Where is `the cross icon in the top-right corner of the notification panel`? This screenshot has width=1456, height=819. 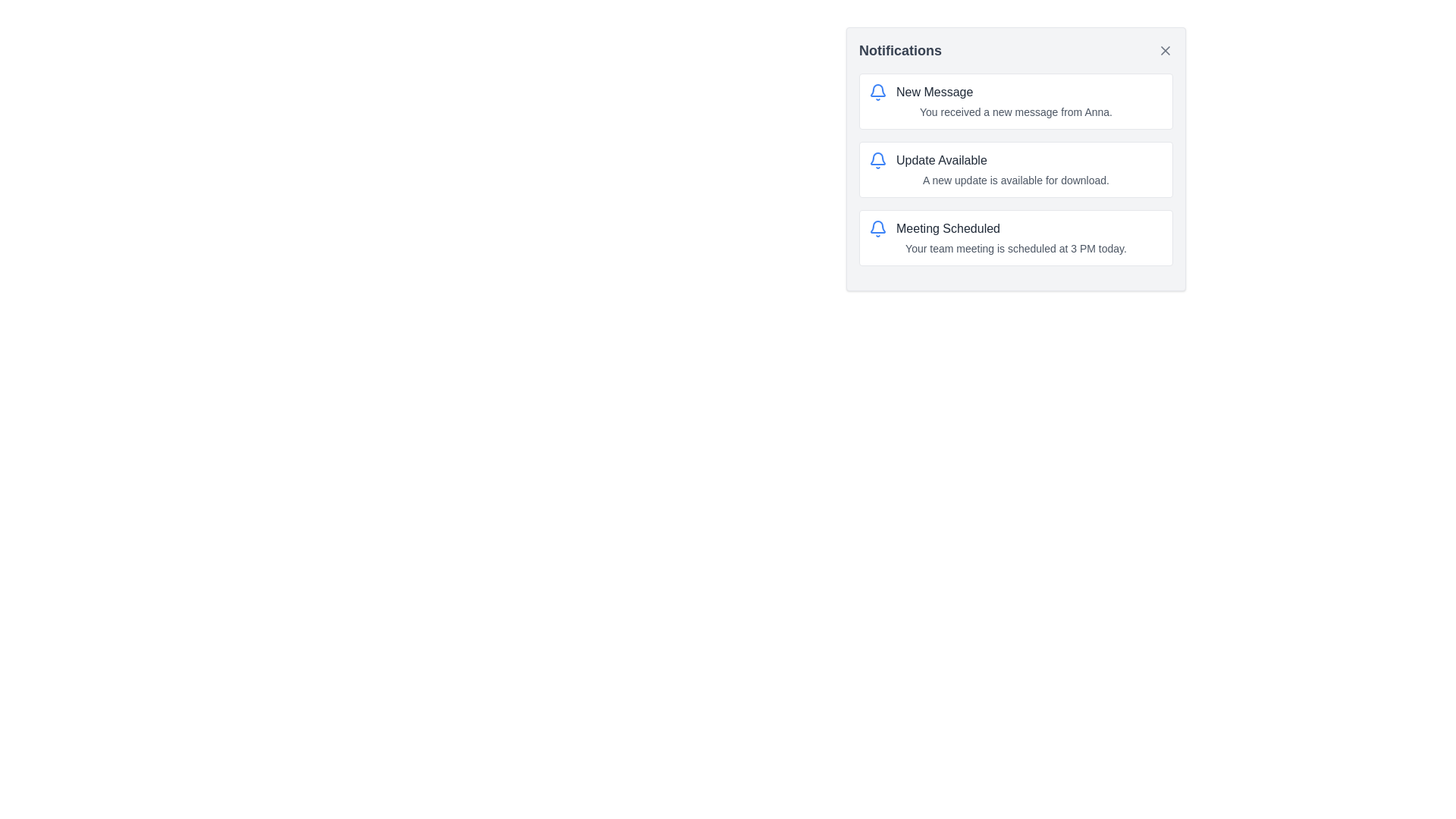 the cross icon in the top-right corner of the notification panel is located at coordinates (1164, 49).